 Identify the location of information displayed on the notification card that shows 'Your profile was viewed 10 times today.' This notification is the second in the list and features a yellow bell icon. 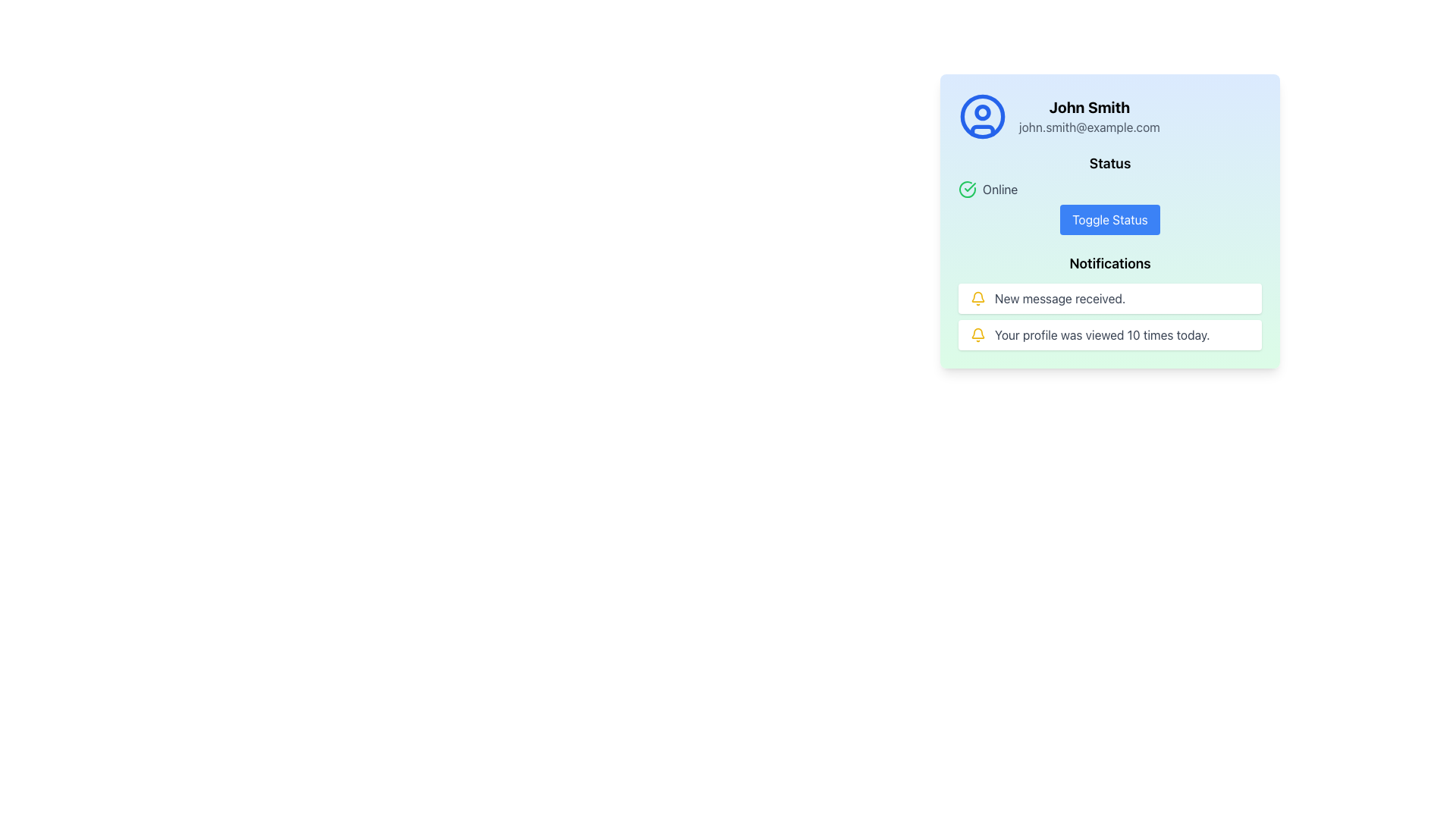
(1110, 315).